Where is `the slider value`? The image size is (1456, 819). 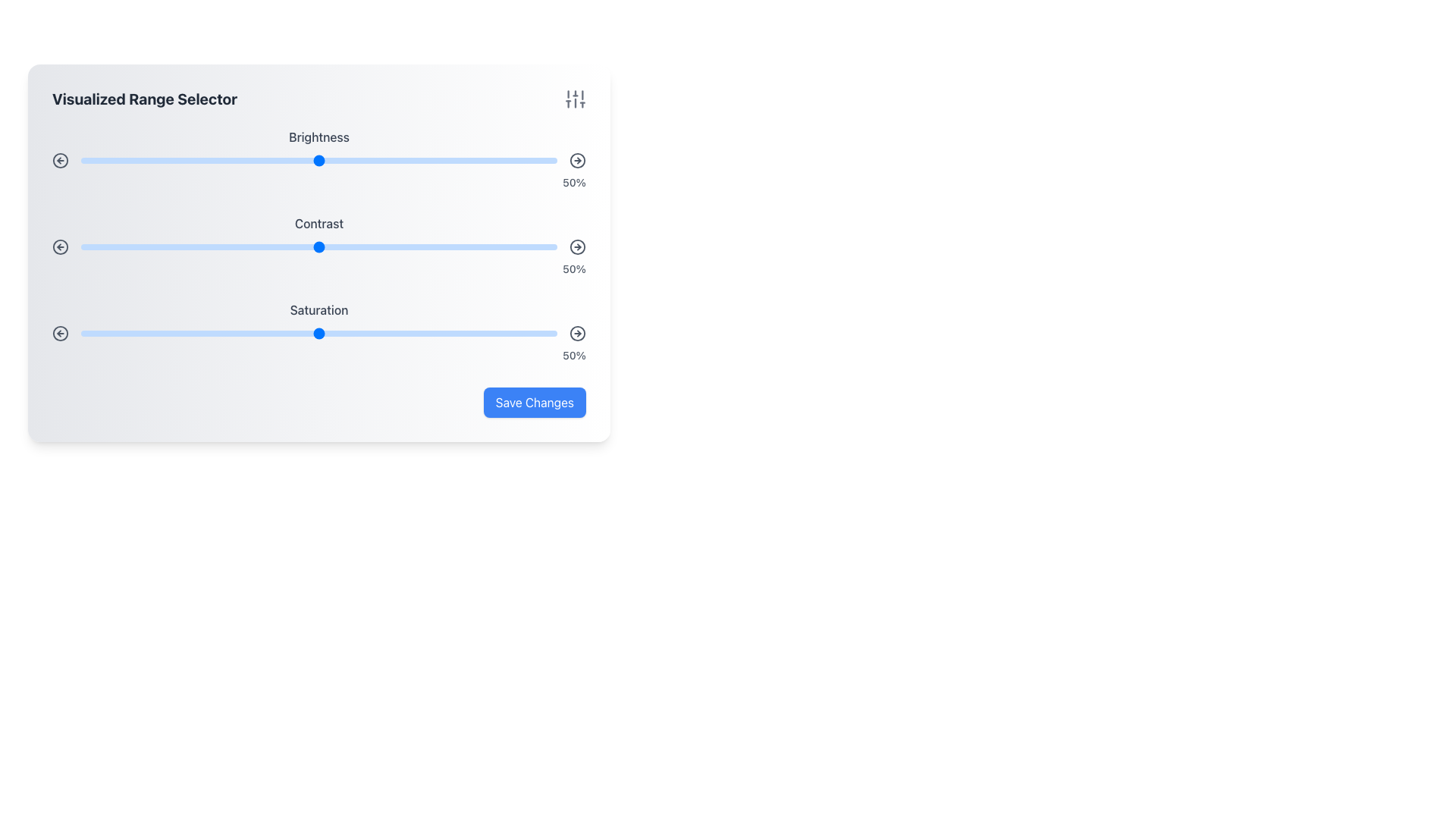
the slider value is located at coordinates (491, 332).